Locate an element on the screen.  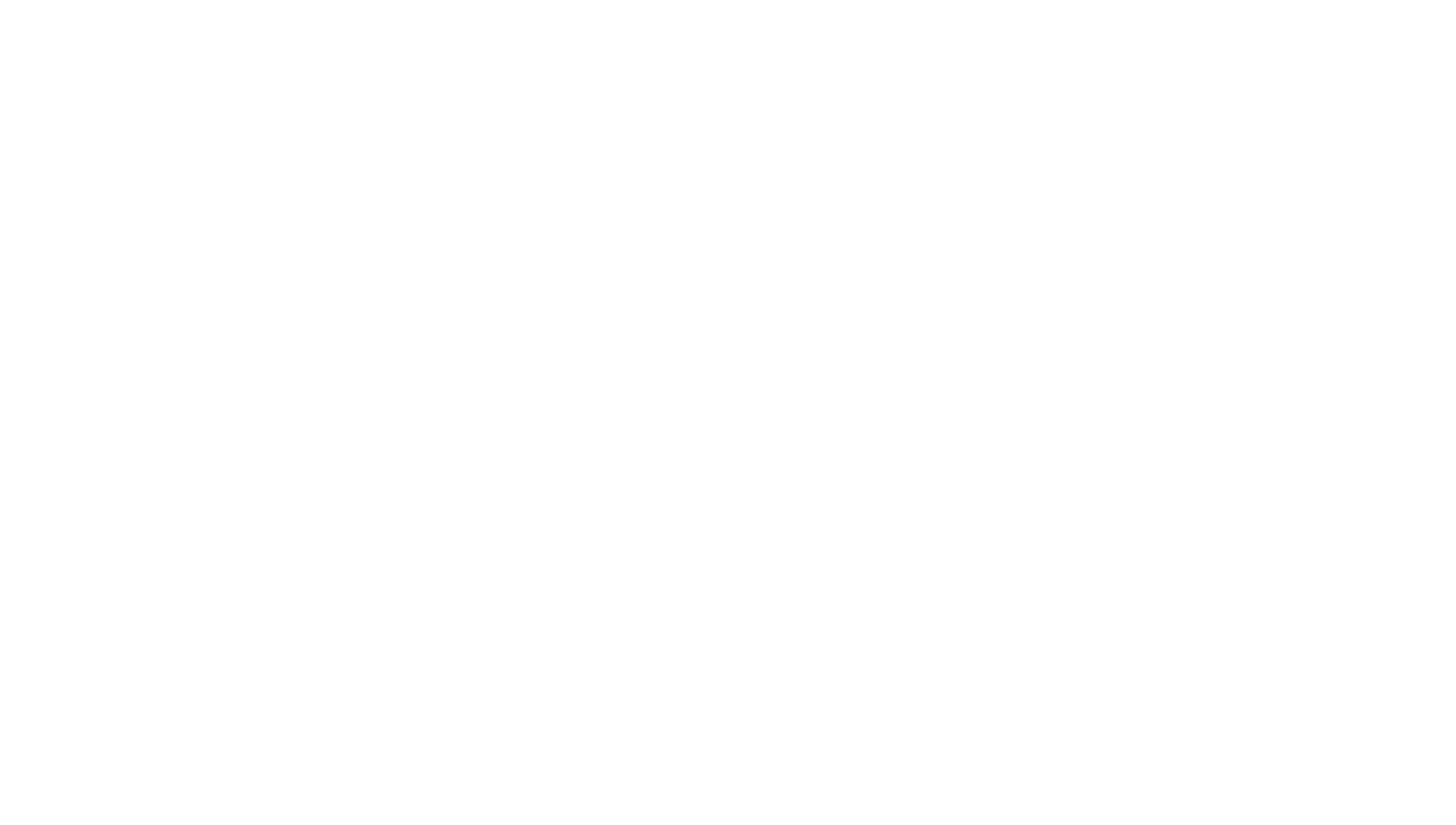
'The Revolution 6x6 is the second product in Black Lion Audio’s interface line.' is located at coordinates (652, 747).